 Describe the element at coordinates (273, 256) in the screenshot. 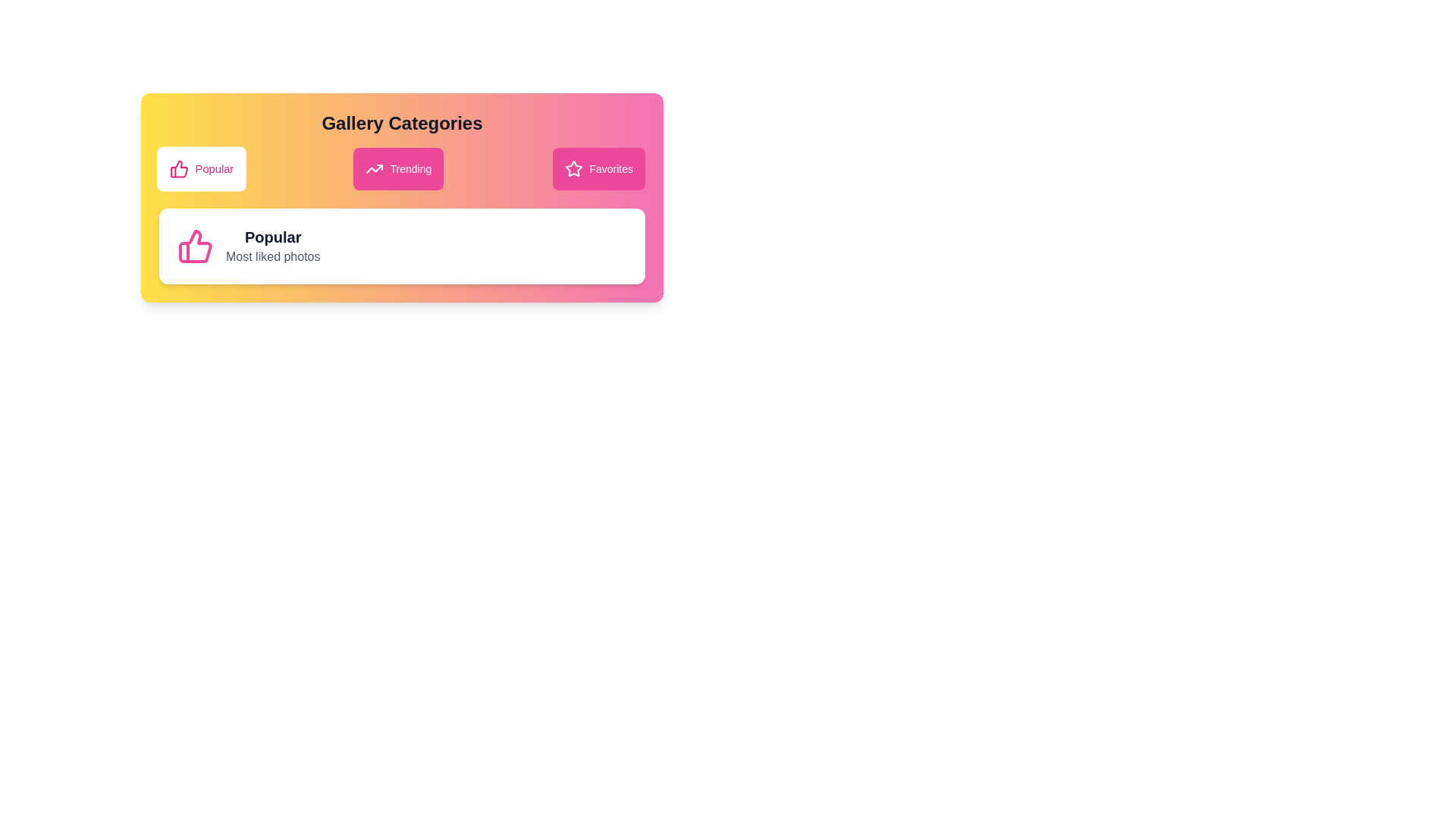

I see `the static text label reading 'Most liked photos', which is styled in gray and positioned beneath the 'Popular' text` at that location.